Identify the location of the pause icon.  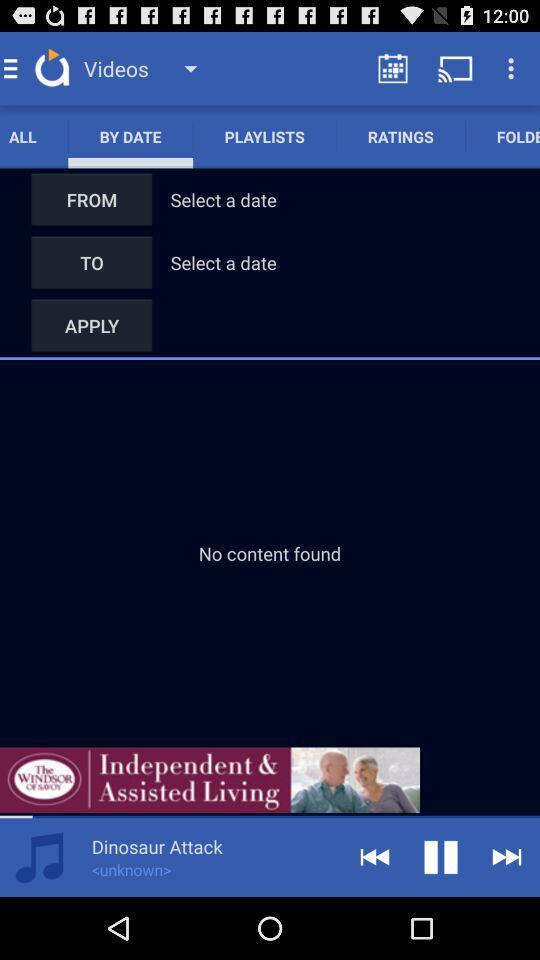
(441, 917).